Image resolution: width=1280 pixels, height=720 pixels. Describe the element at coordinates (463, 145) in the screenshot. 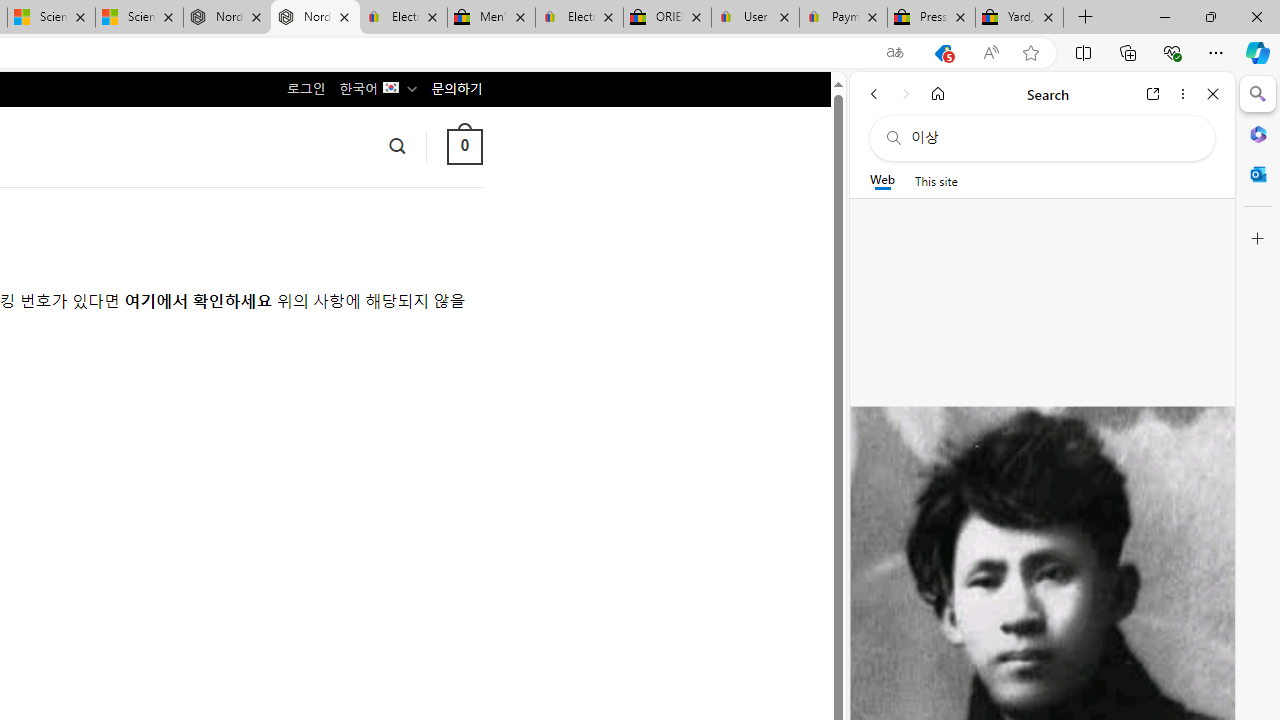

I see `'  0  '` at that location.